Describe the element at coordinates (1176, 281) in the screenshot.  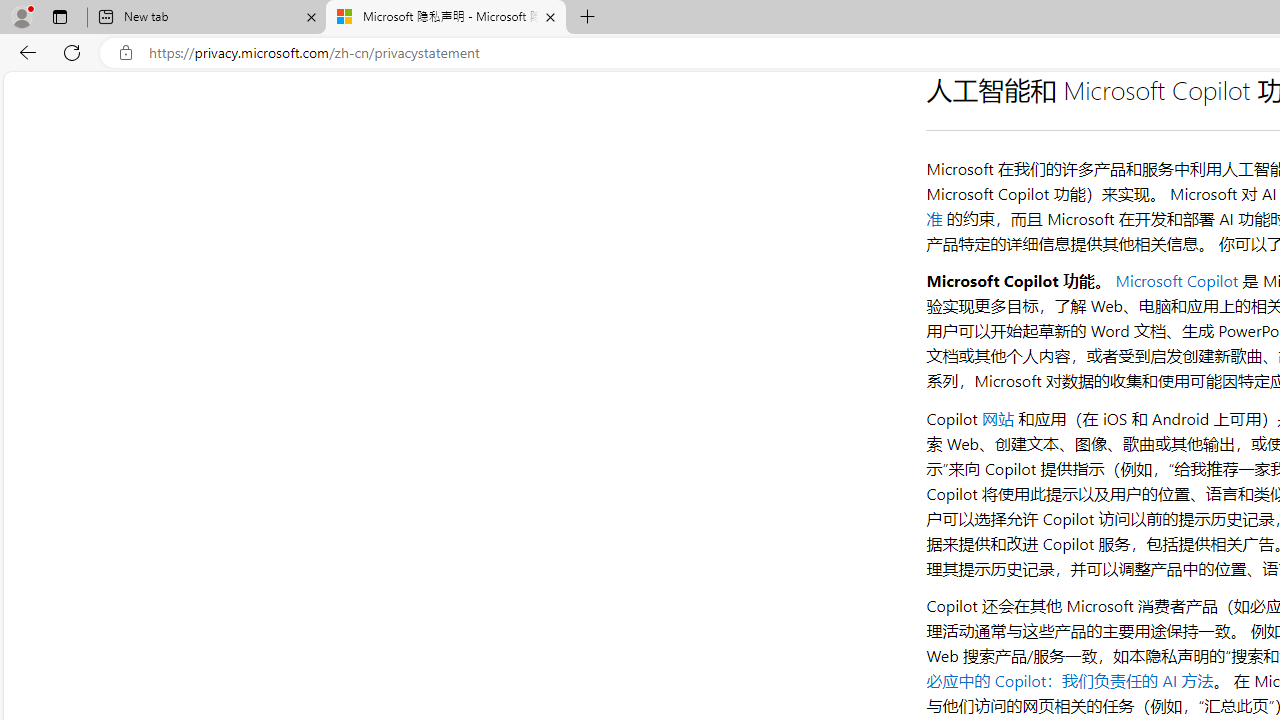
I see `'Microsoft Copilot'` at that location.